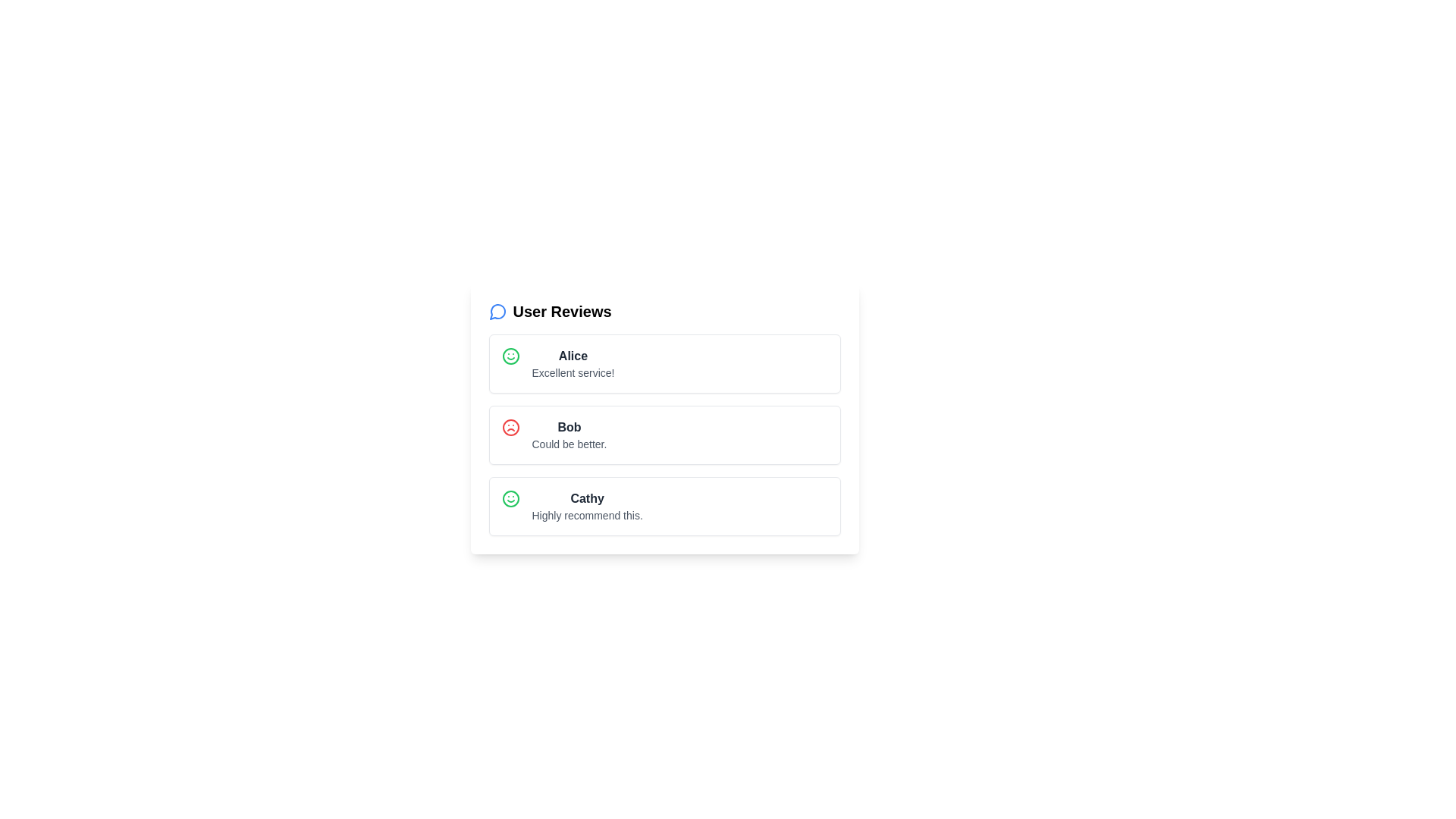 This screenshot has width=1456, height=819. What do you see at coordinates (510, 356) in the screenshot?
I see `the rating icon corresponding to Alice` at bounding box center [510, 356].